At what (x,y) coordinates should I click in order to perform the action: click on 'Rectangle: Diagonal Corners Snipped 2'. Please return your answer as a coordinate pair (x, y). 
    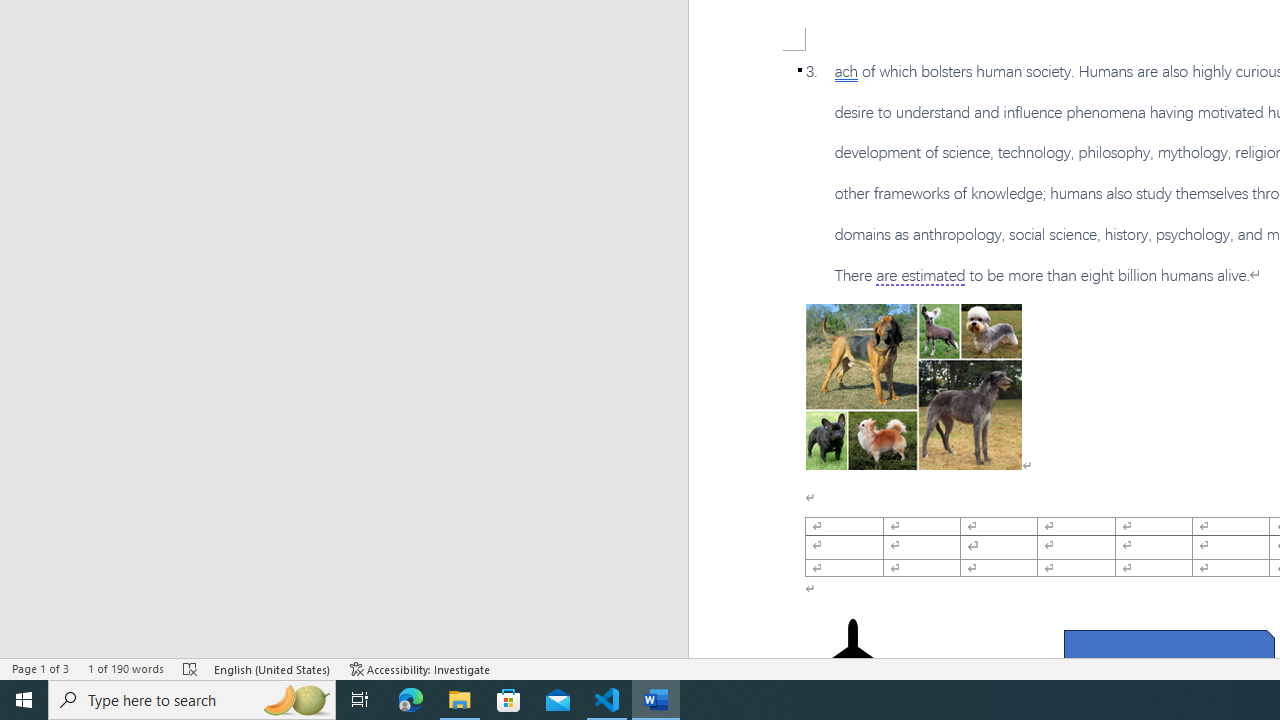
    Looking at the image, I should click on (1169, 653).